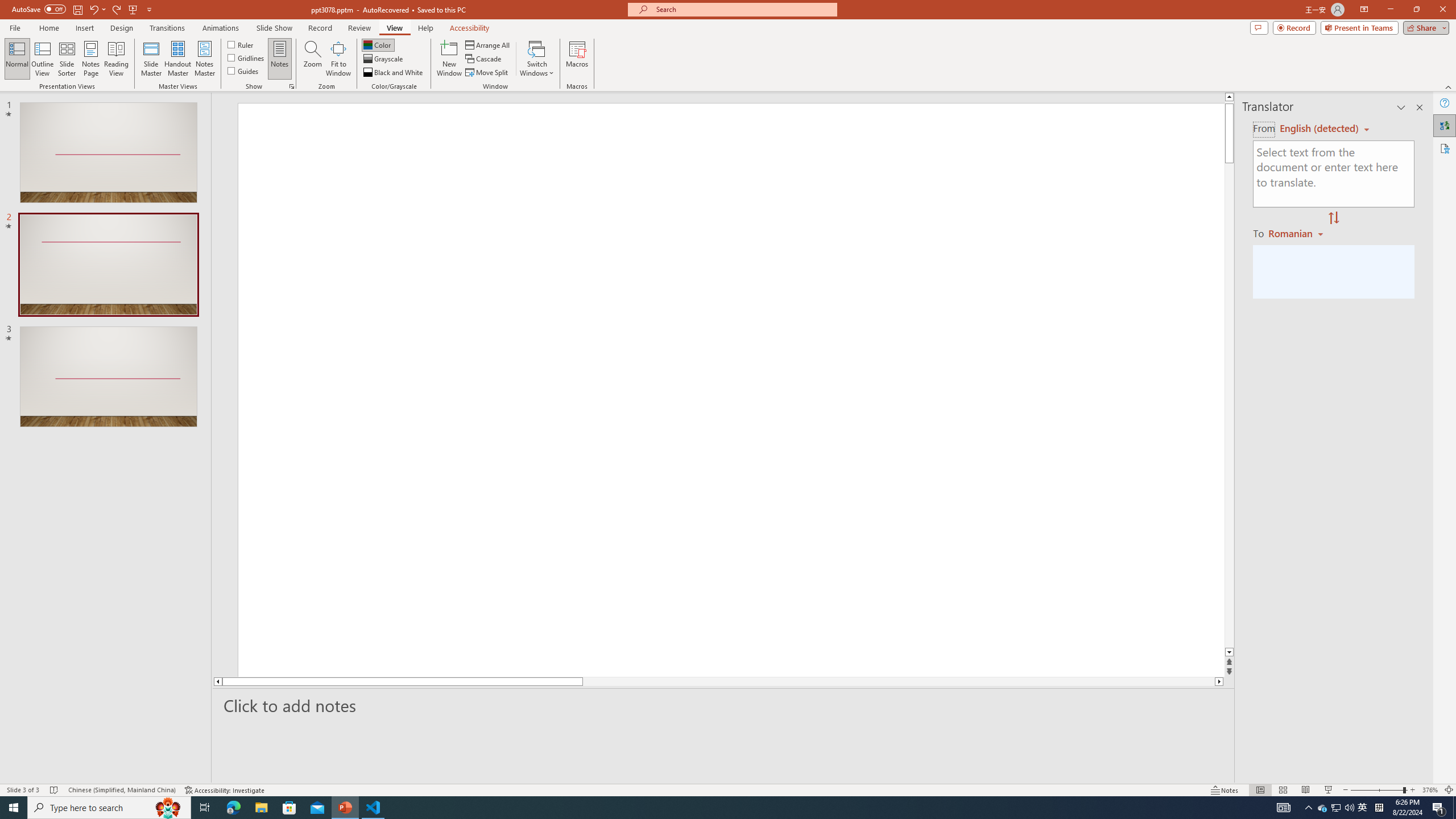 The width and height of the screenshot is (1456, 819). I want to click on 'Zoom...', so click(313, 59).